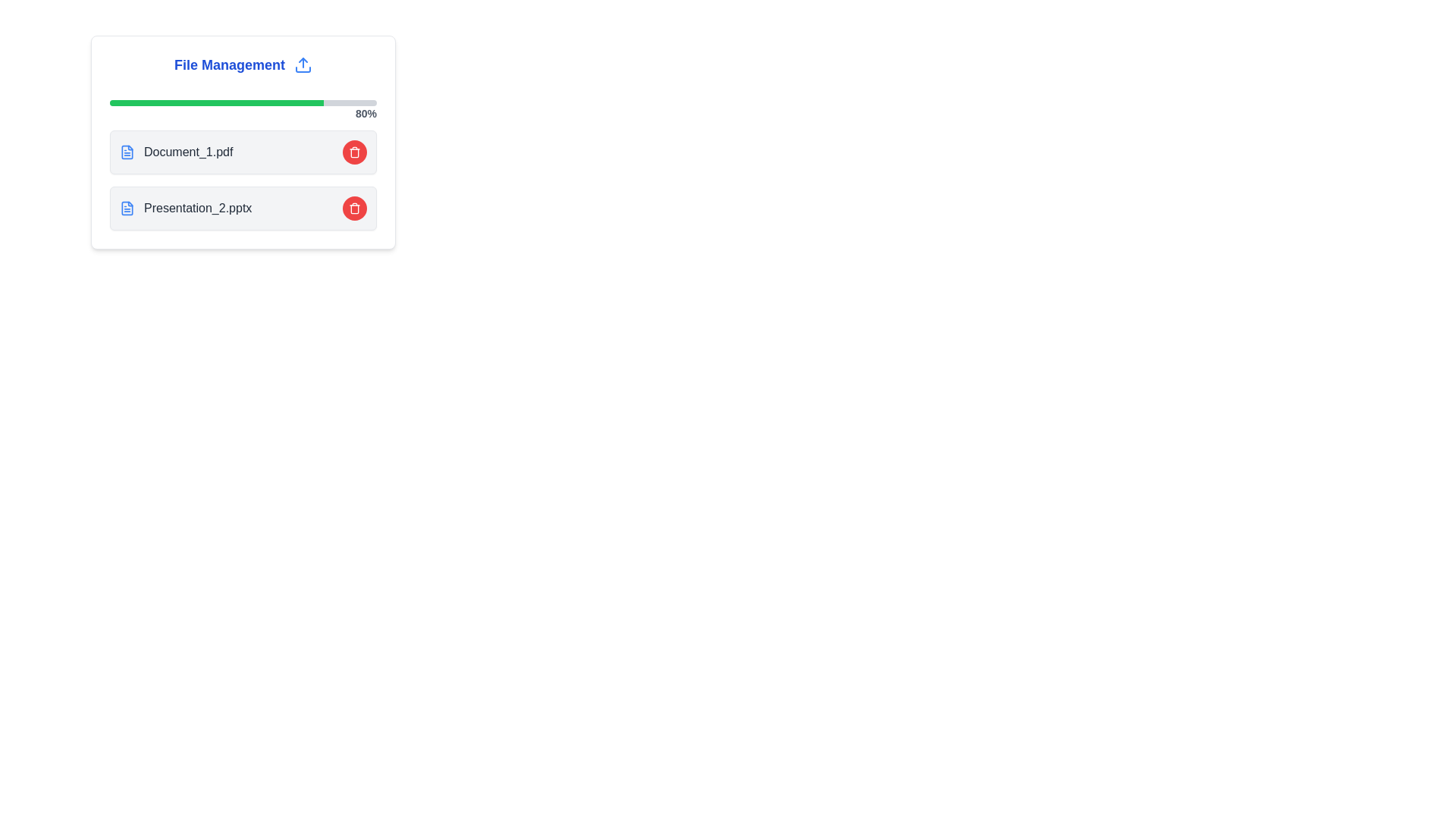  What do you see at coordinates (127, 208) in the screenshot?
I see `the document file icon representing 'Presentation_2.pptx', which is the leftmost icon in its row within a list of files` at bounding box center [127, 208].